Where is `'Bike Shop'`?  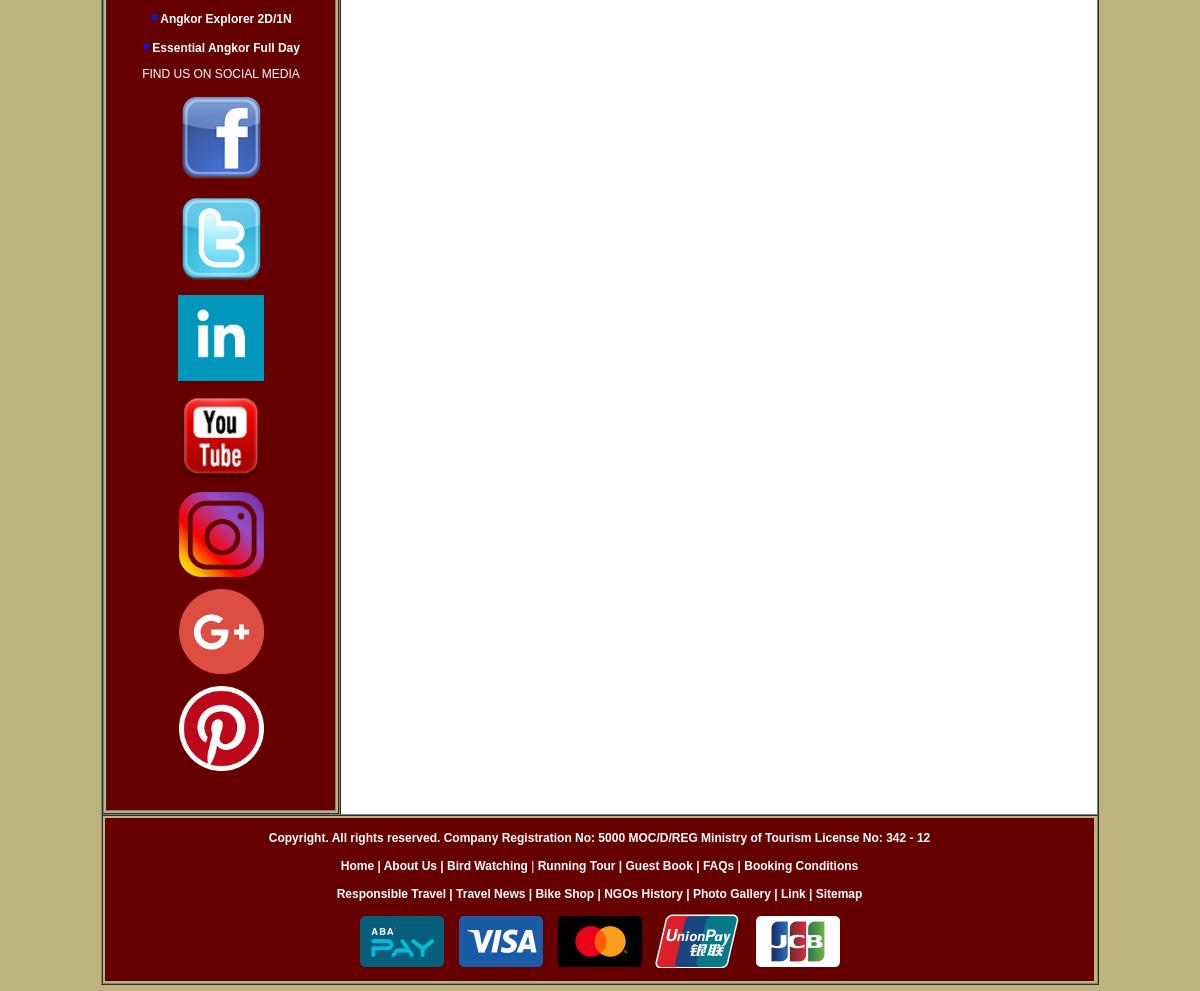 'Bike Shop' is located at coordinates (563, 893).